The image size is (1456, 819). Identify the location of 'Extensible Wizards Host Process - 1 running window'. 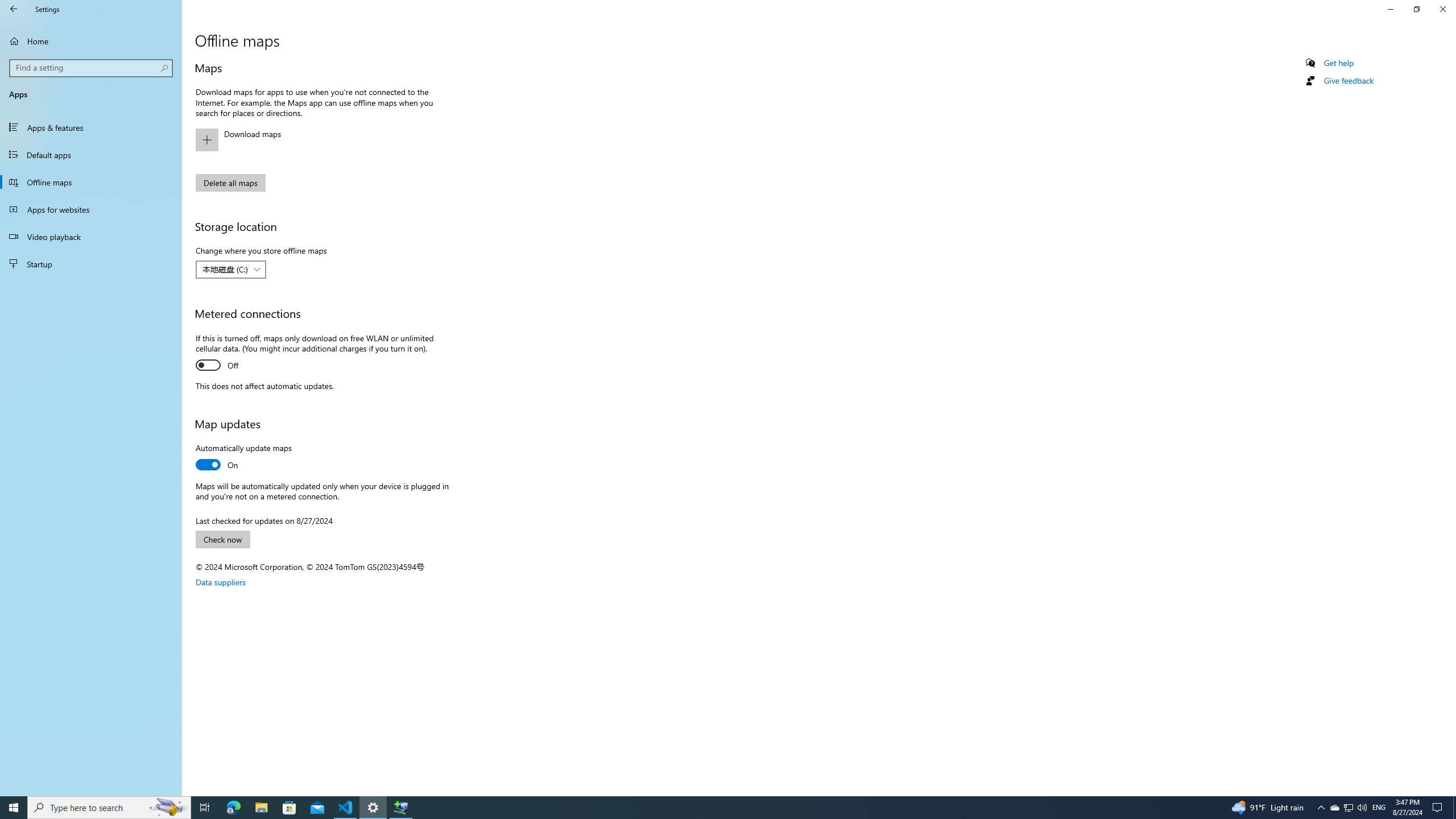
(401, 806).